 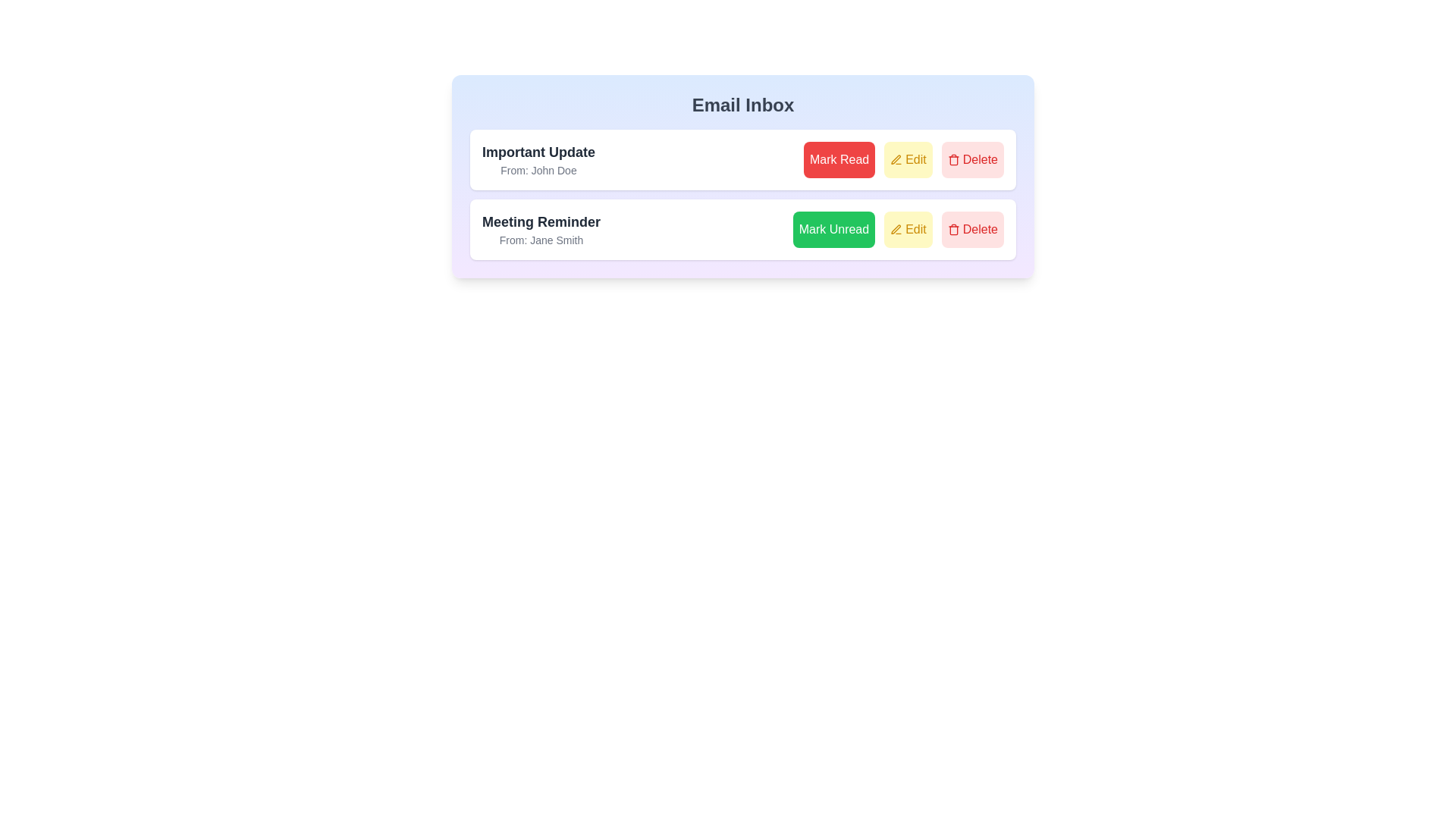 What do you see at coordinates (908, 230) in the screenshot?
I see `'Edit' button for the email with subject Meeting Reminder` at bounding box center [908, 230].